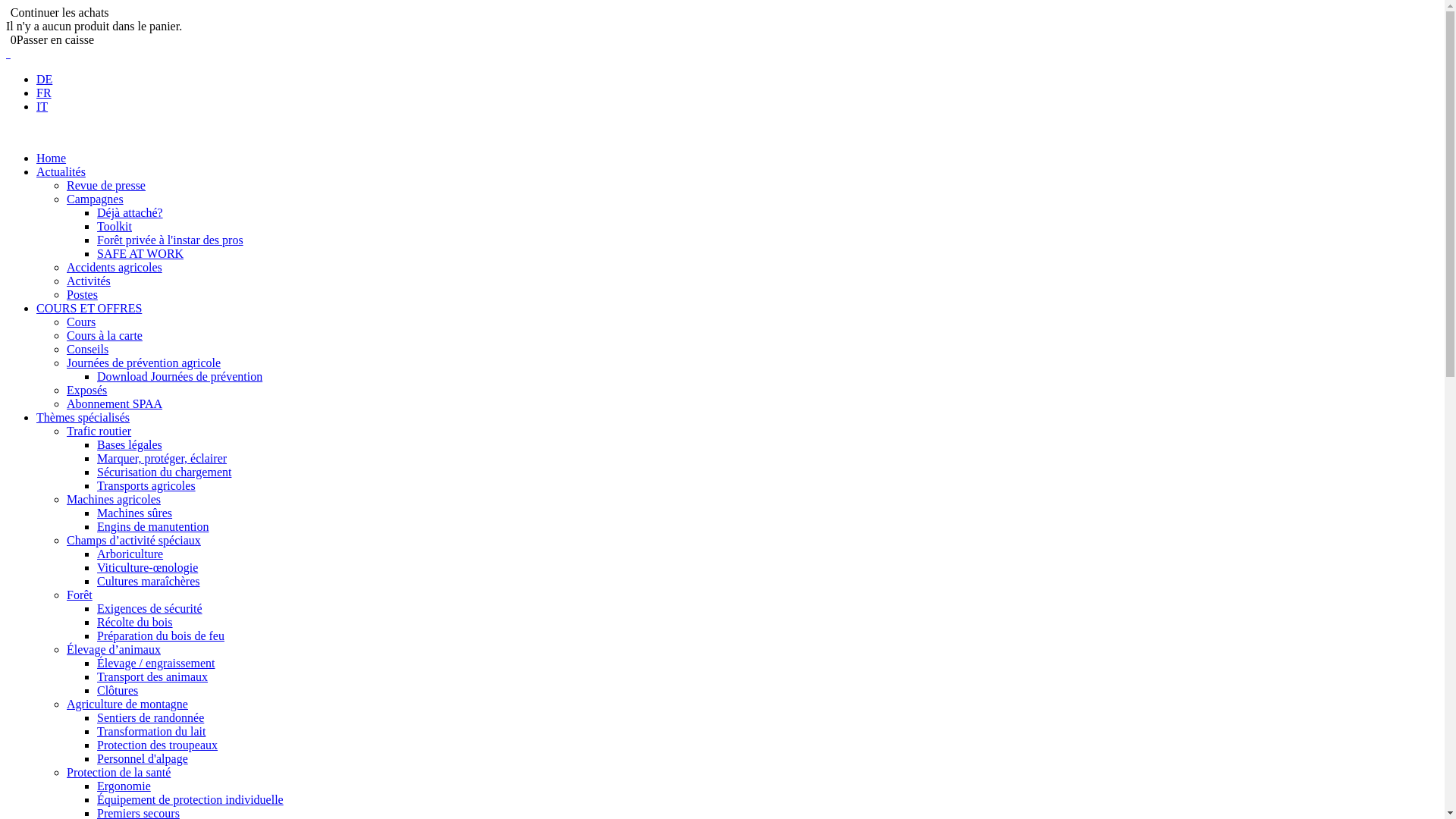 The image size is (1456, 819). What do you see at coordinates (113, 226) in the screenshot?
I see `'Toolkit'` at bounding box center [113, 226].